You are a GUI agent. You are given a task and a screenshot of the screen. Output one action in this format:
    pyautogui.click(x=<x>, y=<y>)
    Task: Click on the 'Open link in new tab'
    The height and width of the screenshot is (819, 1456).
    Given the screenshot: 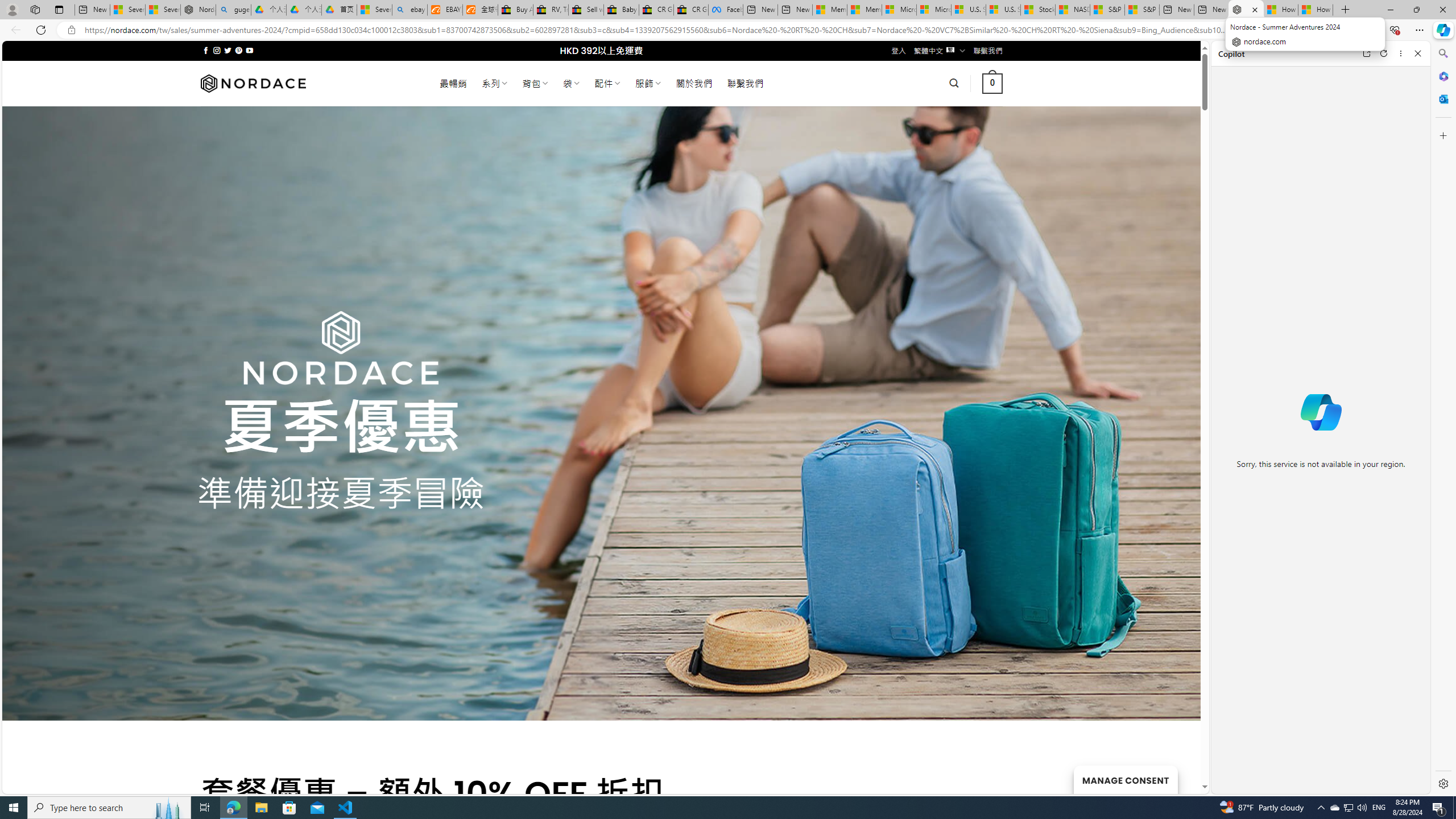 What is the action you would take?
    pyautogui.click(x=1366, y=53)
    